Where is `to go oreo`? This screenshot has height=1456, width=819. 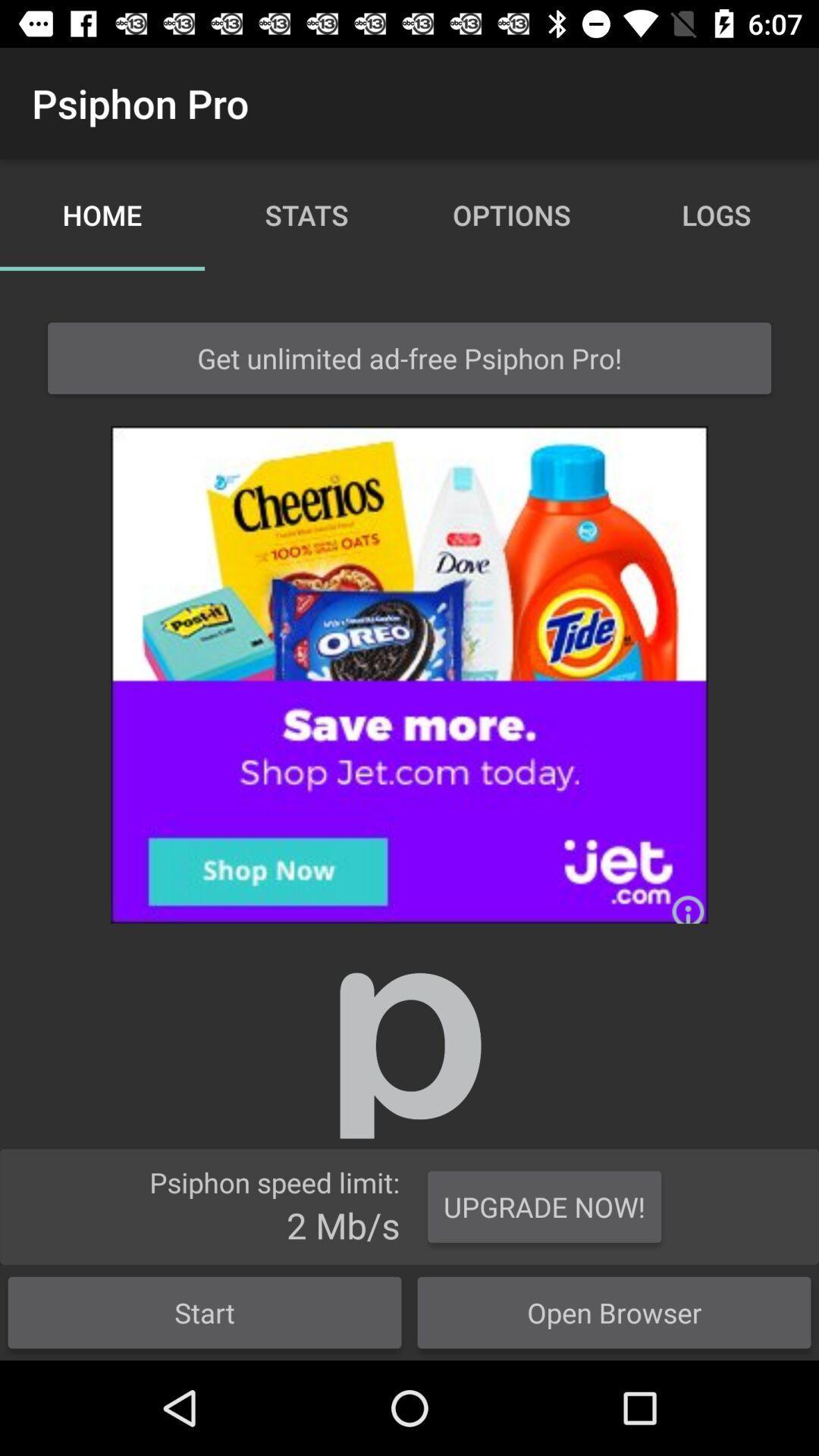 to go oreo is located at coordinates (409, 673).